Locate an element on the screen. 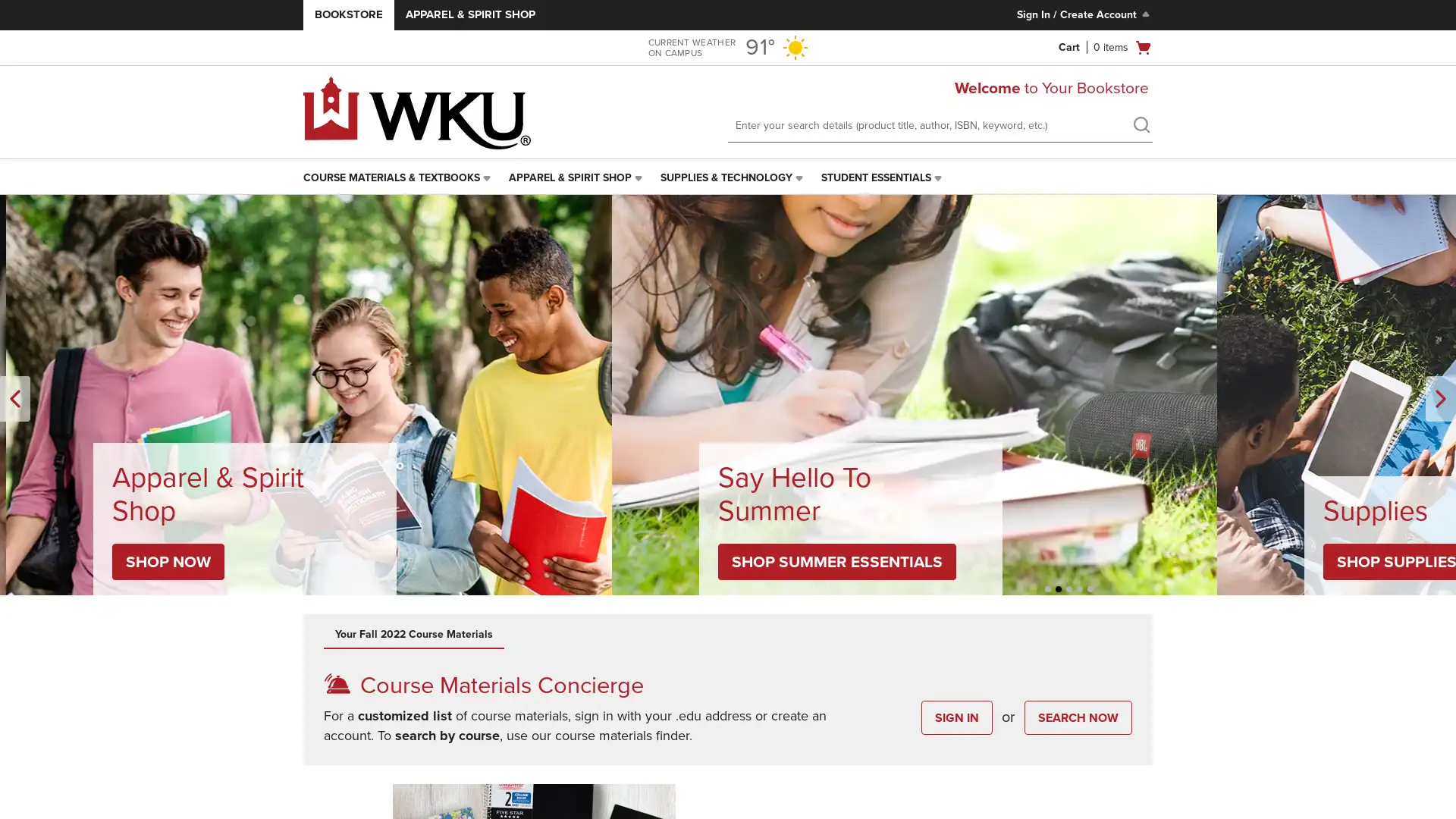  Unselected, Slide 4 is located at coordinates (1079, 588).